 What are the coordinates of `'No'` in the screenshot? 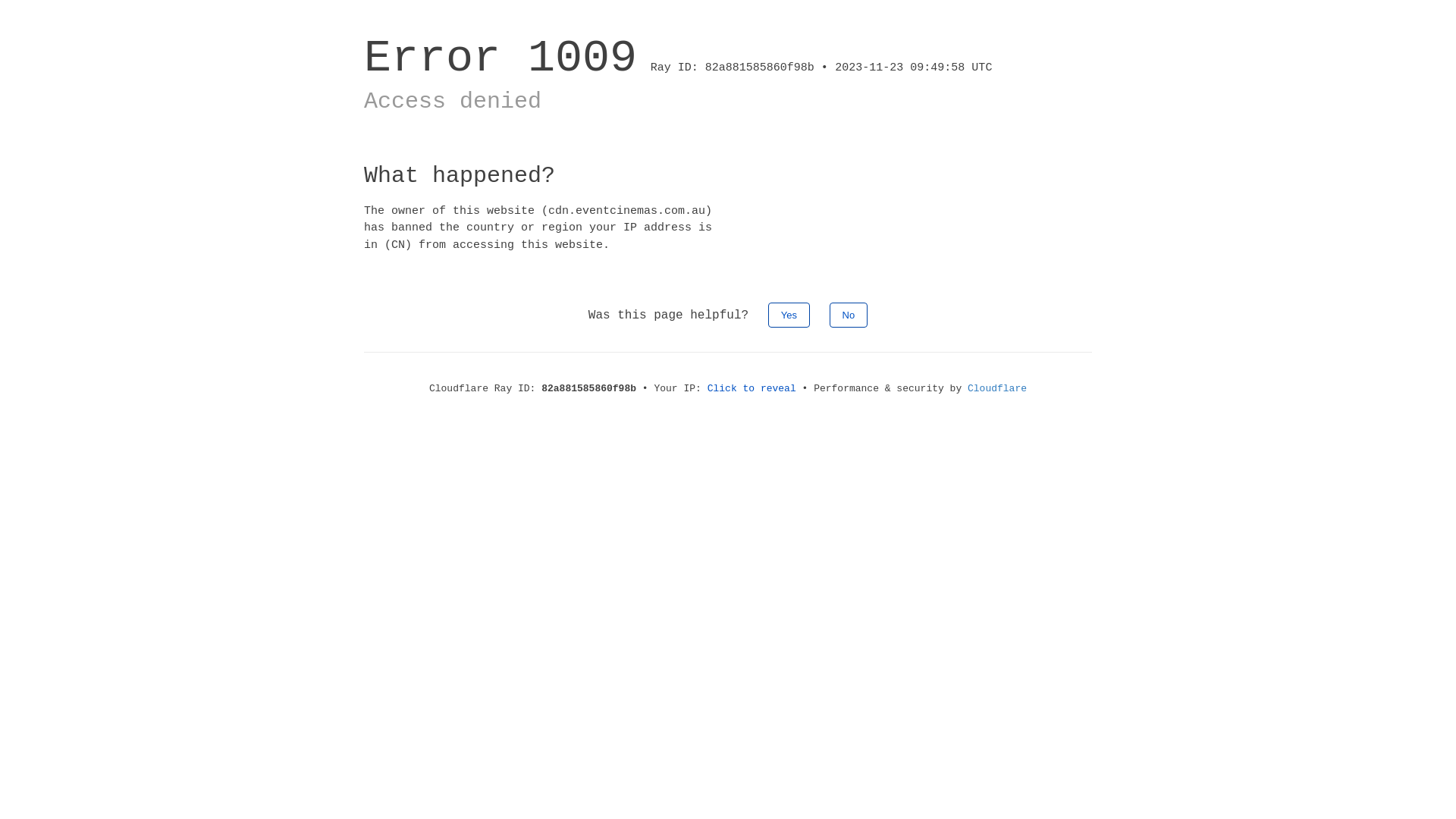 It's located at (829, 314).